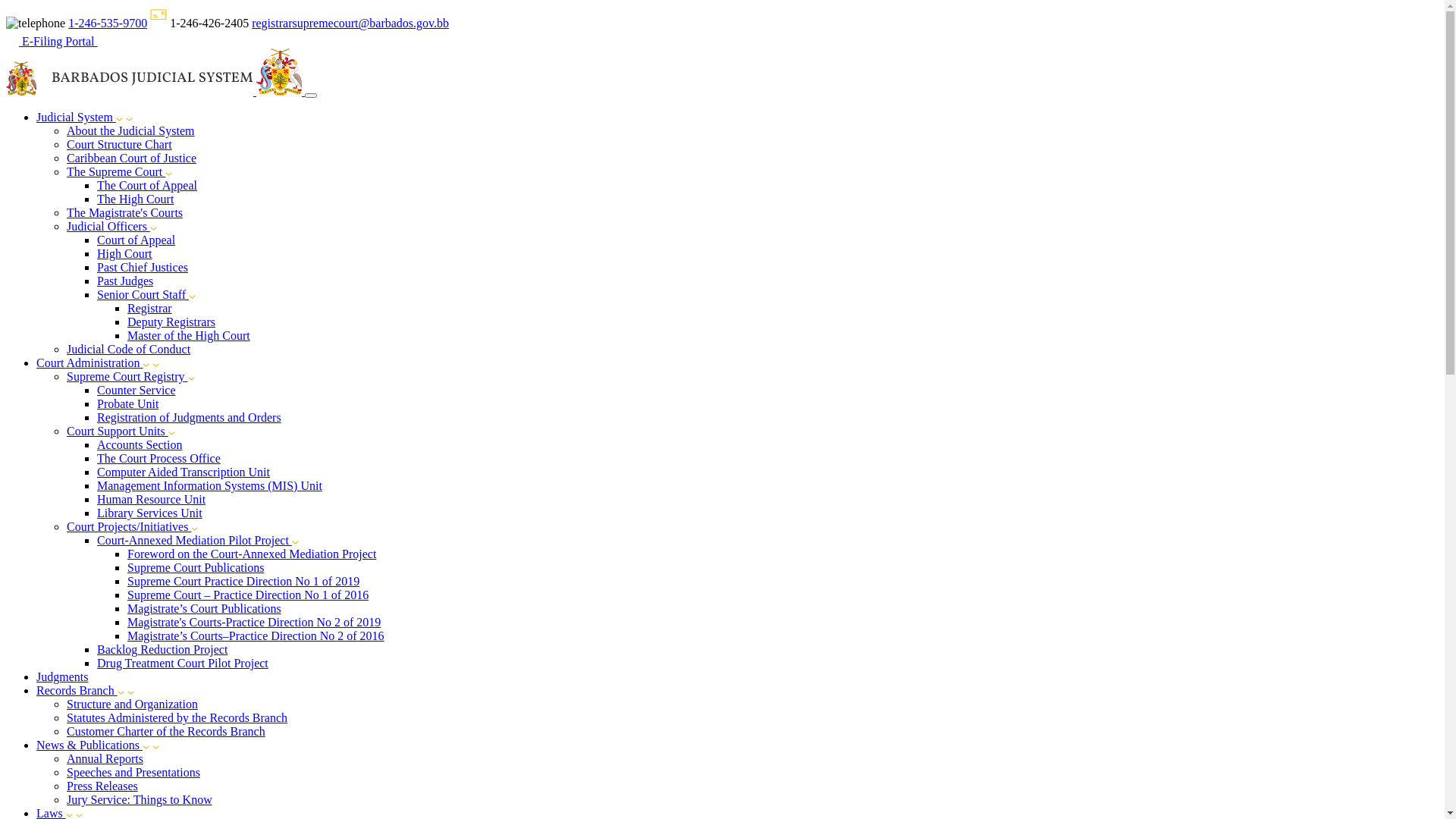 Image resolution: width=1456 pixels, height=819 pixels. What do you see at coordinates (251, 554) in the screenshot?
I see `'Foreword on the Court-Annexed Mediation Project'` at bounding box center [251, 554].